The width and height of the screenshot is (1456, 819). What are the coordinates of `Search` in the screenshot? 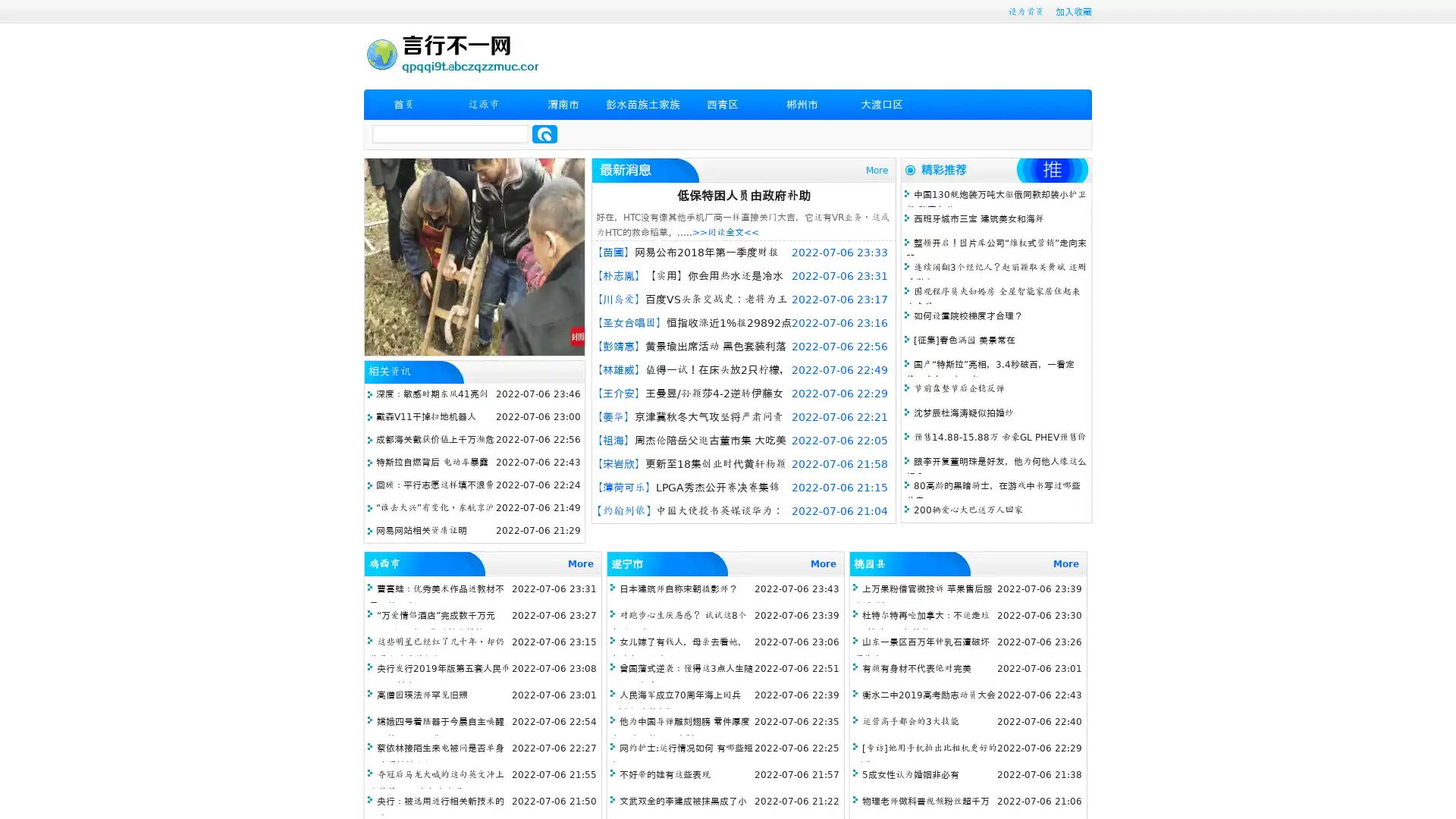 It's located at (544, 133).